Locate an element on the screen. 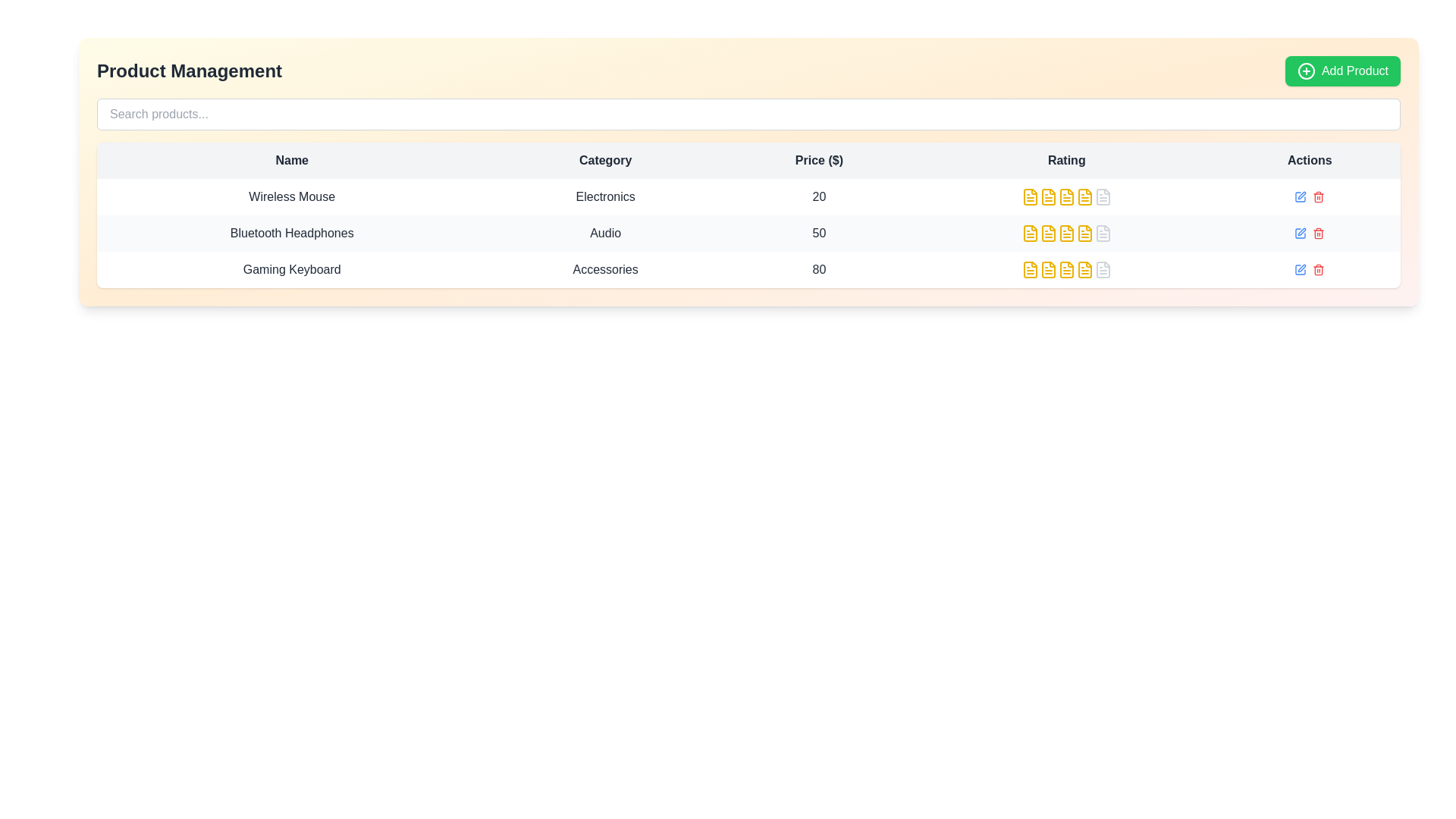 The width and height of the screenshot is (1456, 819). the Display icon representing a file or document in the rating column of the middle row beneath the 'Bluetooth Headphones' entry is located at coordinates (1103, 234).